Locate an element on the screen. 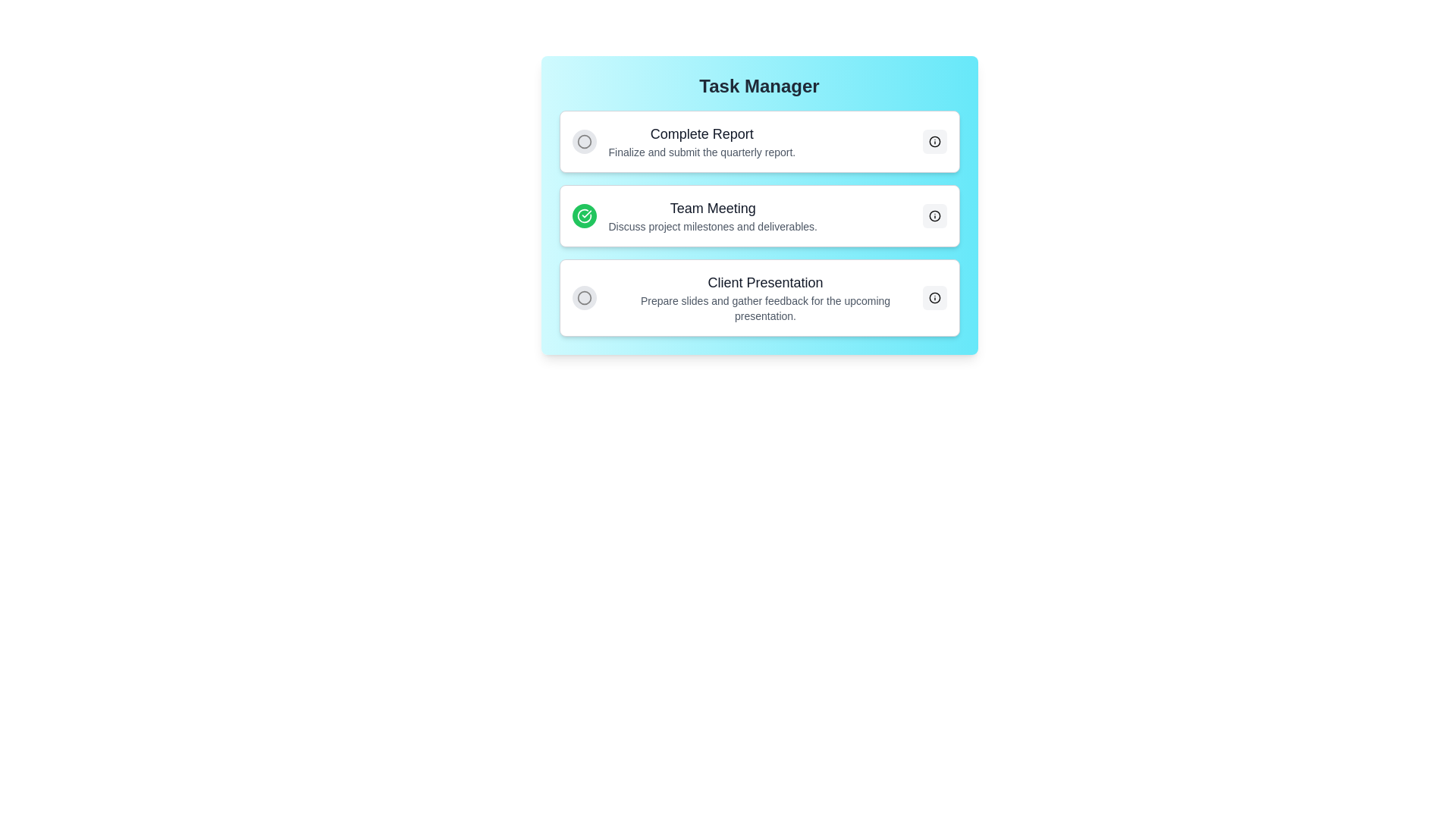  the circular Checkbox-like button with a light gray background located in the 'Client Presentation' task display is located at coordinates (583, 298).